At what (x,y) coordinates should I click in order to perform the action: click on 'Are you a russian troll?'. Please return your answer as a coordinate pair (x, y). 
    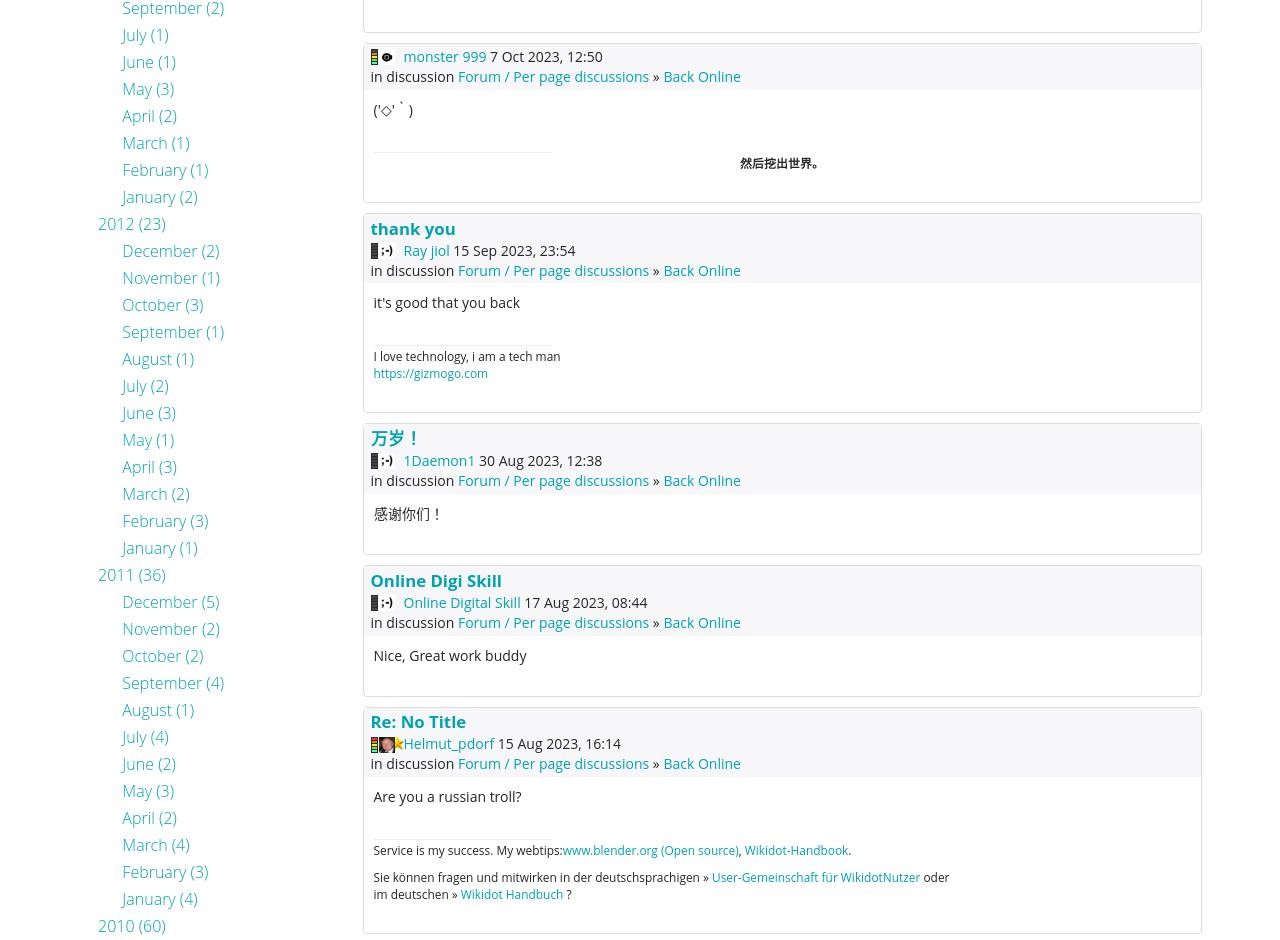
    Looking at the image, I should click on (372, 796).